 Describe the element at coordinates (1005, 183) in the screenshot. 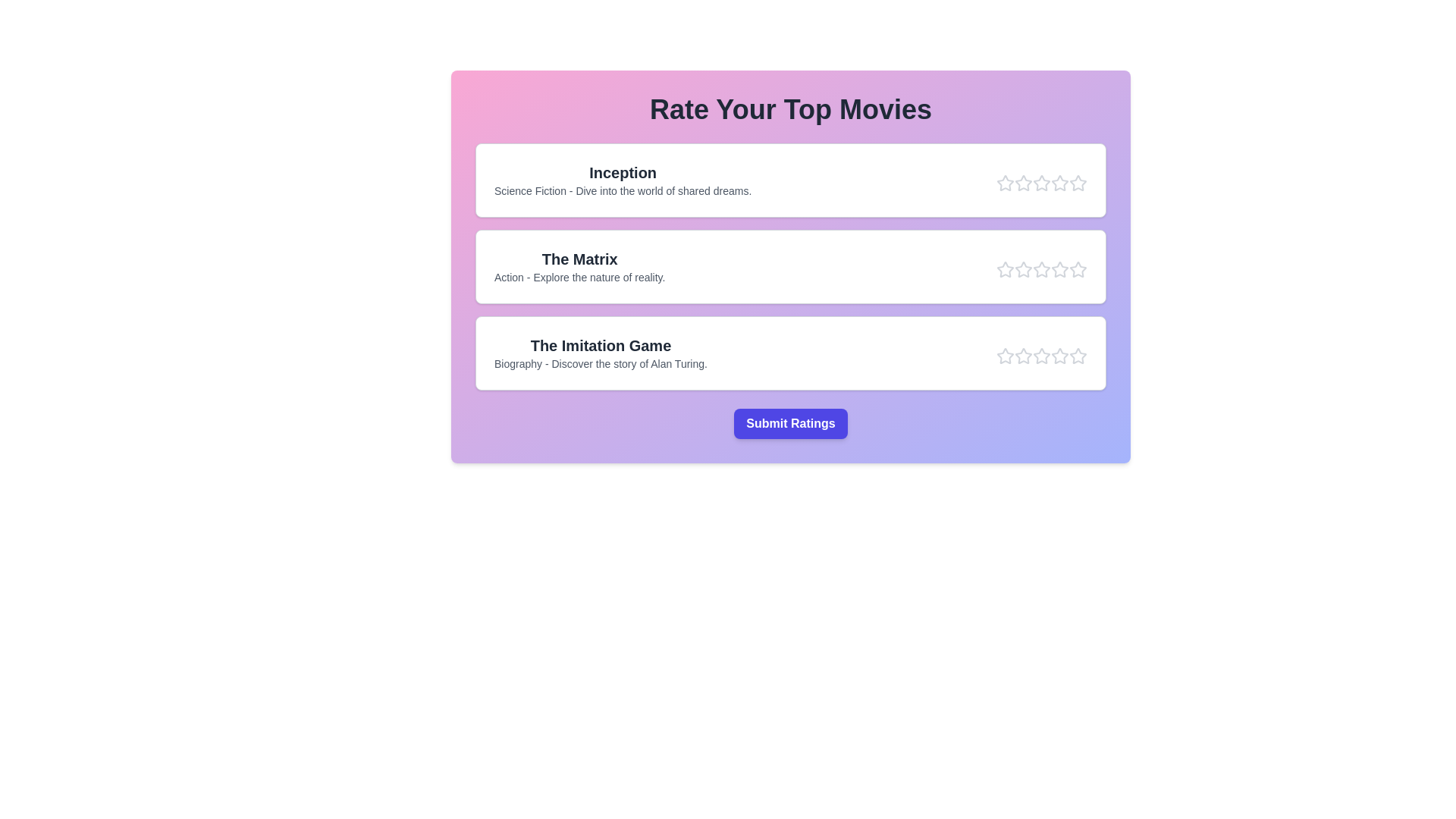

I see `the star corresponding to the rating 1 for the movie Inception` at that location.